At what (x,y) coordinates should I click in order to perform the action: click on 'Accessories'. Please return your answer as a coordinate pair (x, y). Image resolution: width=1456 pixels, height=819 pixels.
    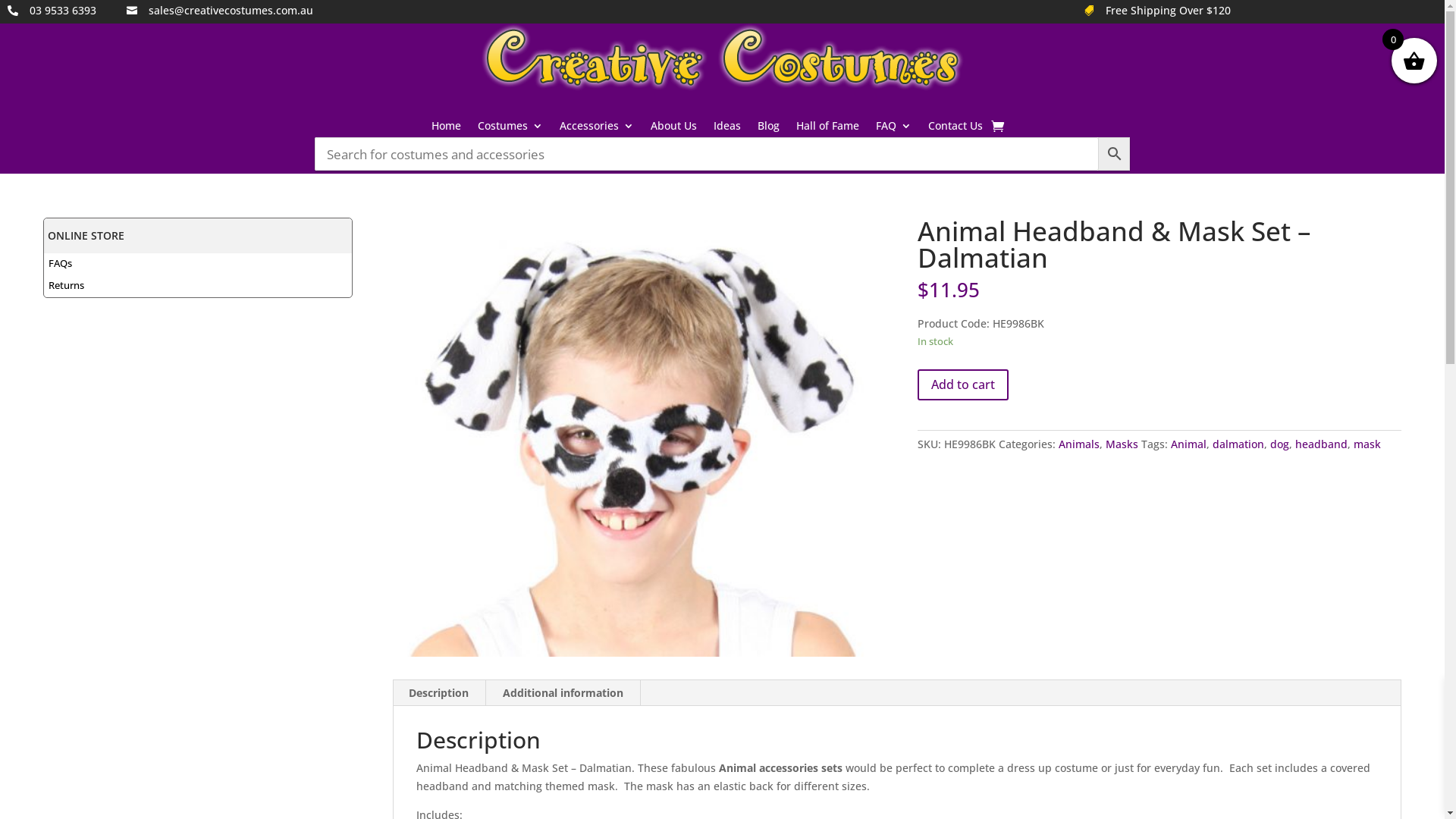
    Looking at the image, I should click on (596, 127).